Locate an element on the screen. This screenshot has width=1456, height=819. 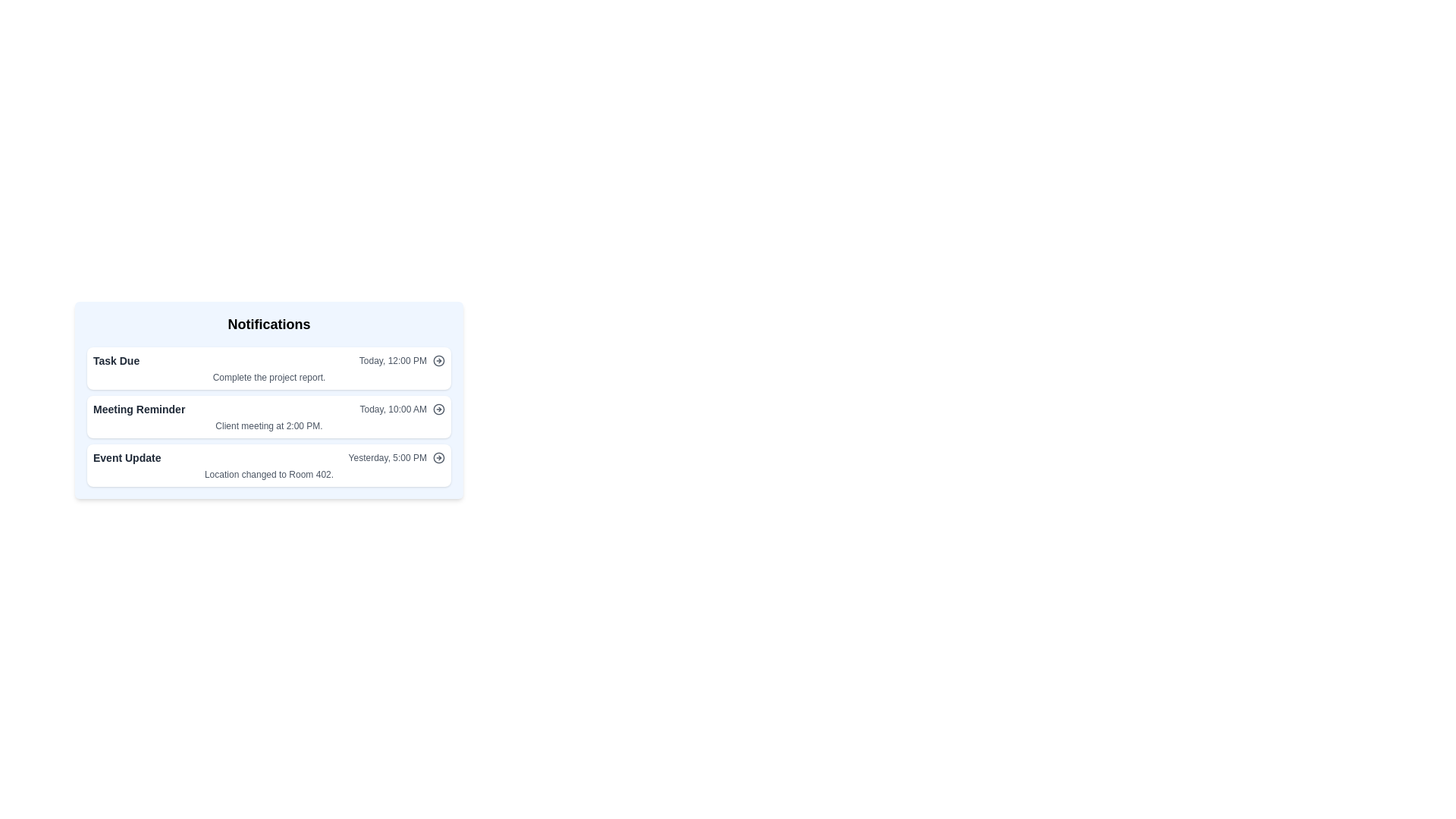
the timestamp label indicating the last update for the 'Event Update' notification, which is the rightmost component in the notifications list is located at coordinates (388, 457).